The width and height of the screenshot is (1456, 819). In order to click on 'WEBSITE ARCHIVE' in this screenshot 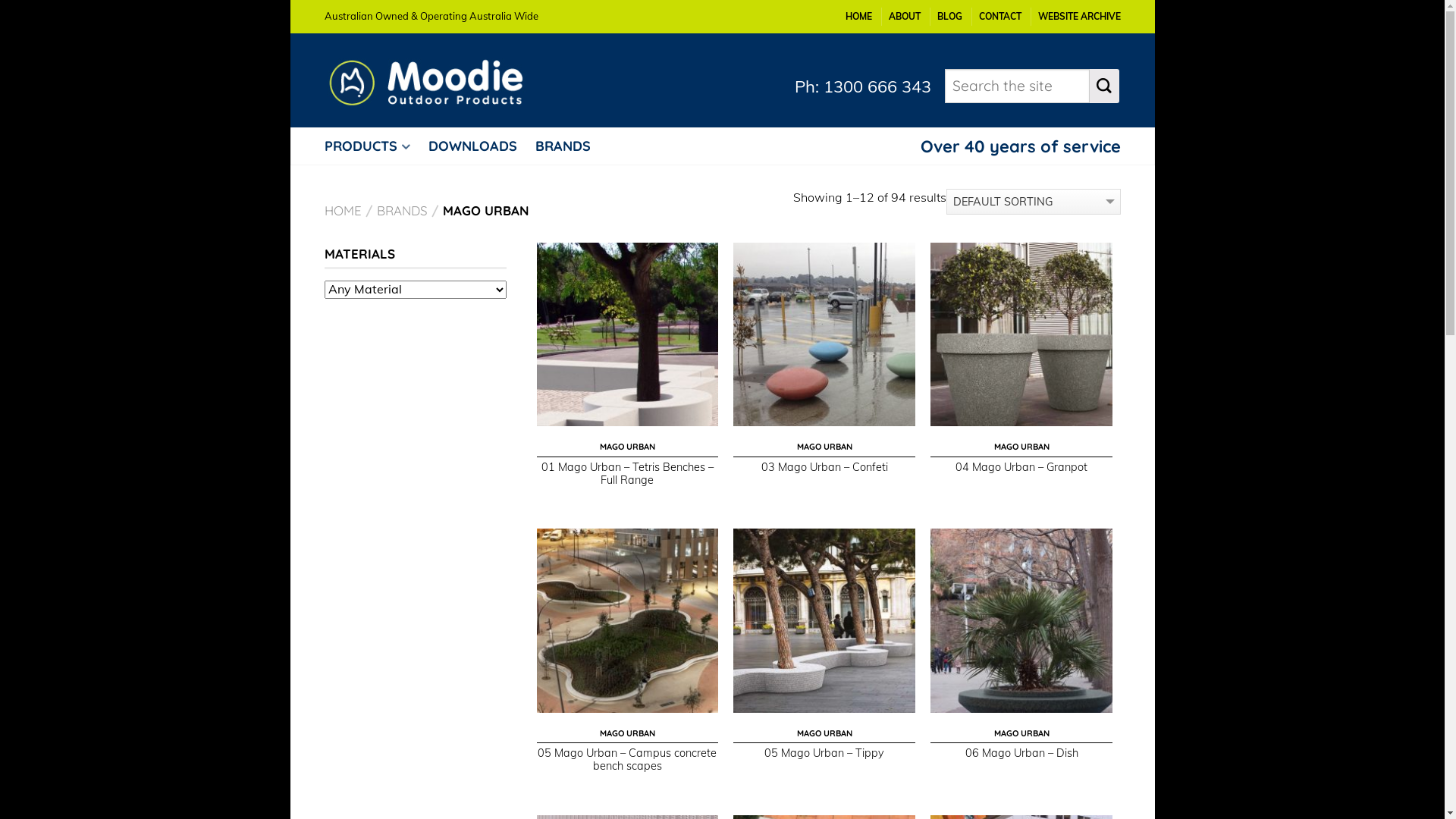, I will do `click(1037, 16)`.